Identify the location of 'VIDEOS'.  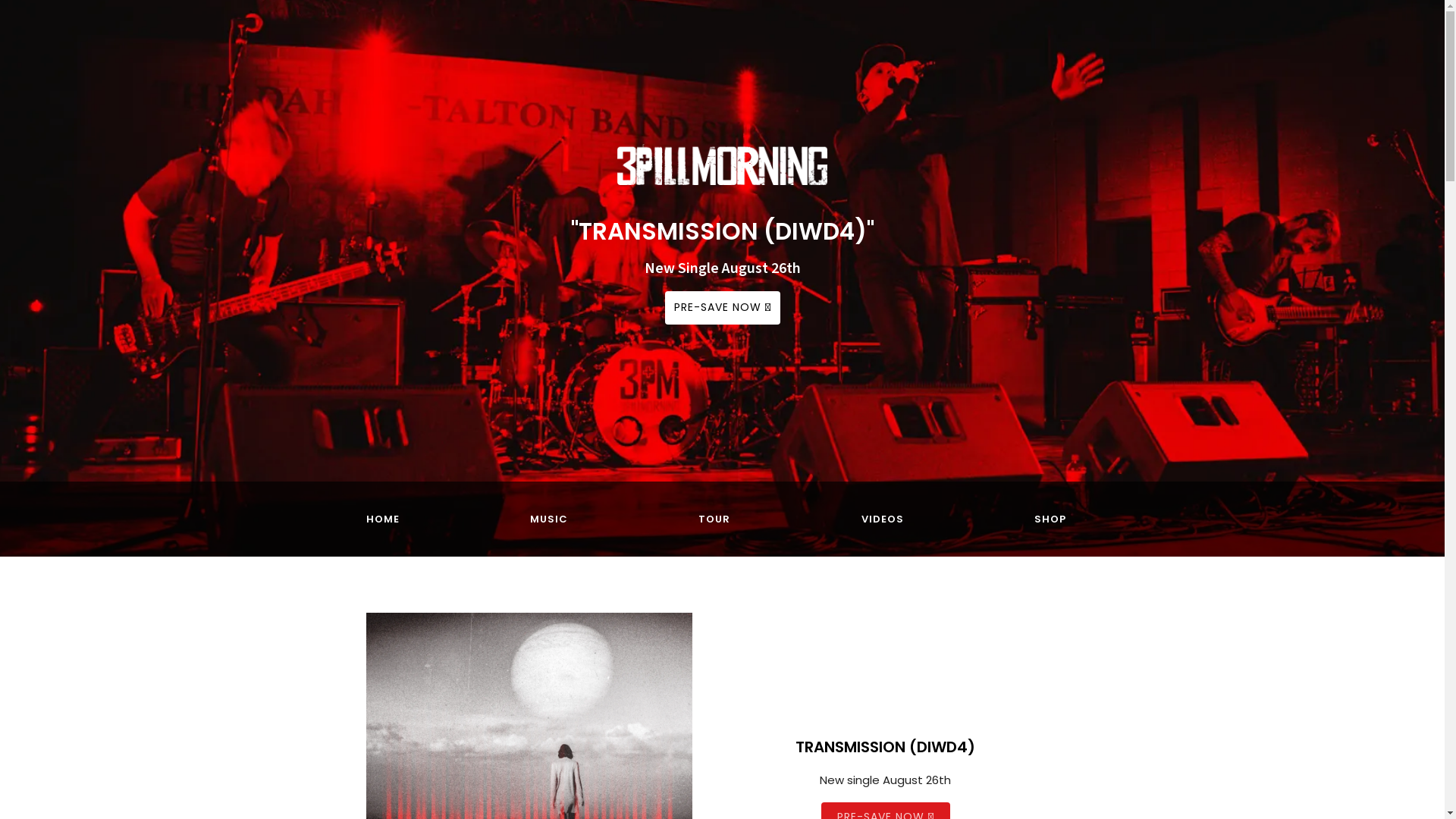
(882, 519).